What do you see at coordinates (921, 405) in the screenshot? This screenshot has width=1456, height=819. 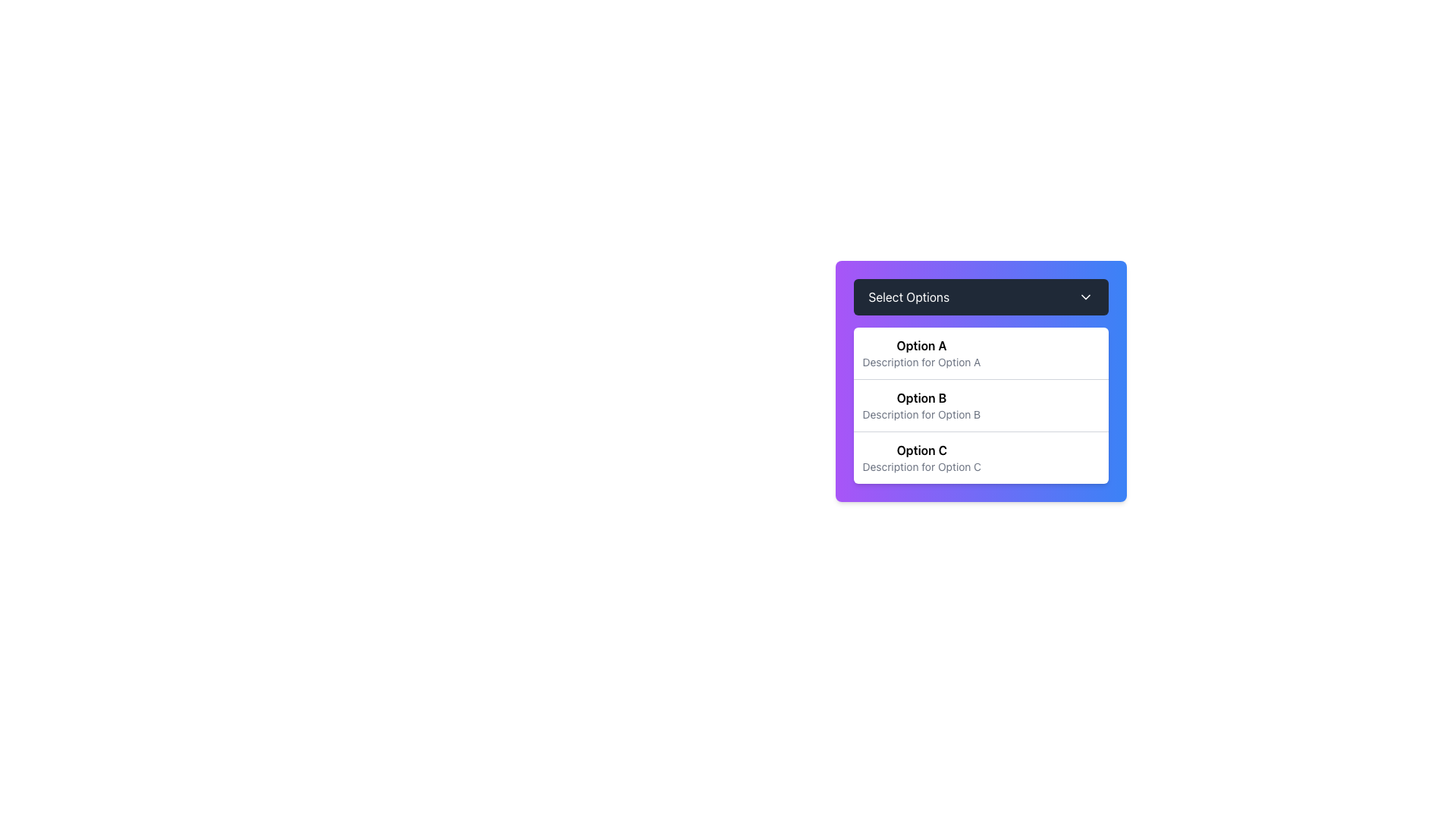 I see `the second option in the dropdown list` at bounding box center [921, 405].